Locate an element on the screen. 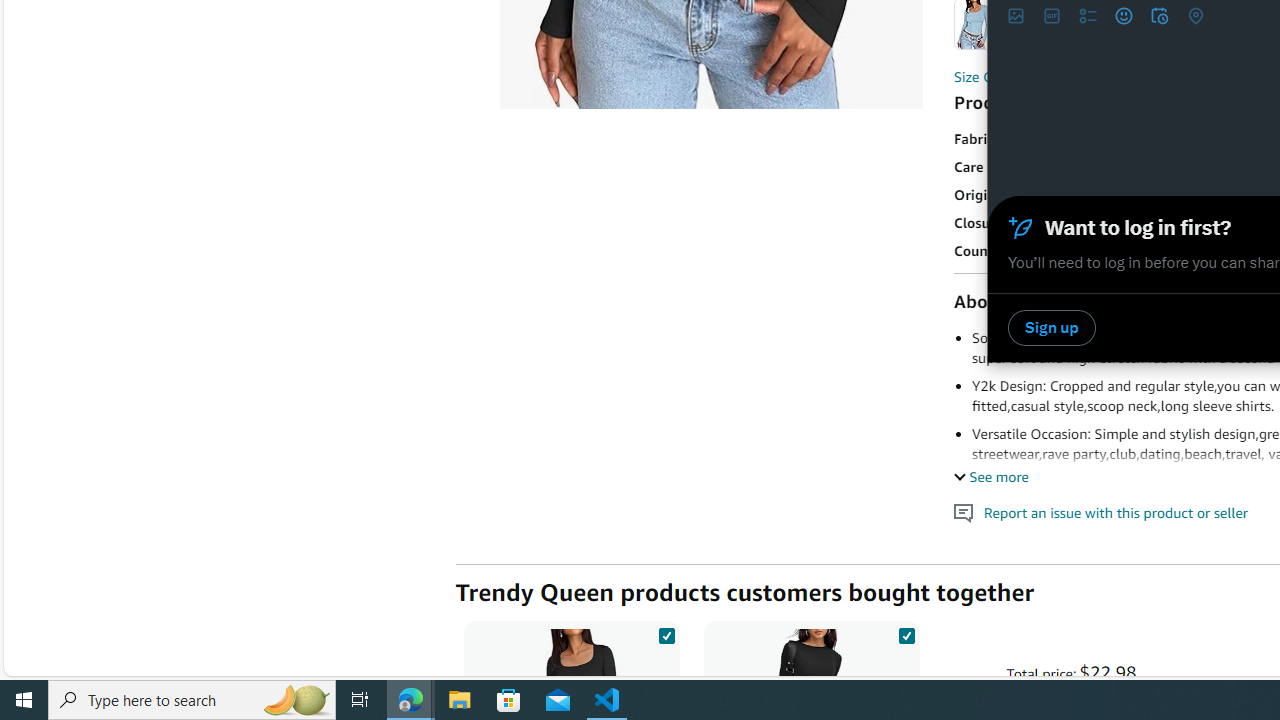 Image resolution: width=1280 pixels, height=720 pixels. 'Search highlights icon opens search home window' is located at coordinates (294, 698).